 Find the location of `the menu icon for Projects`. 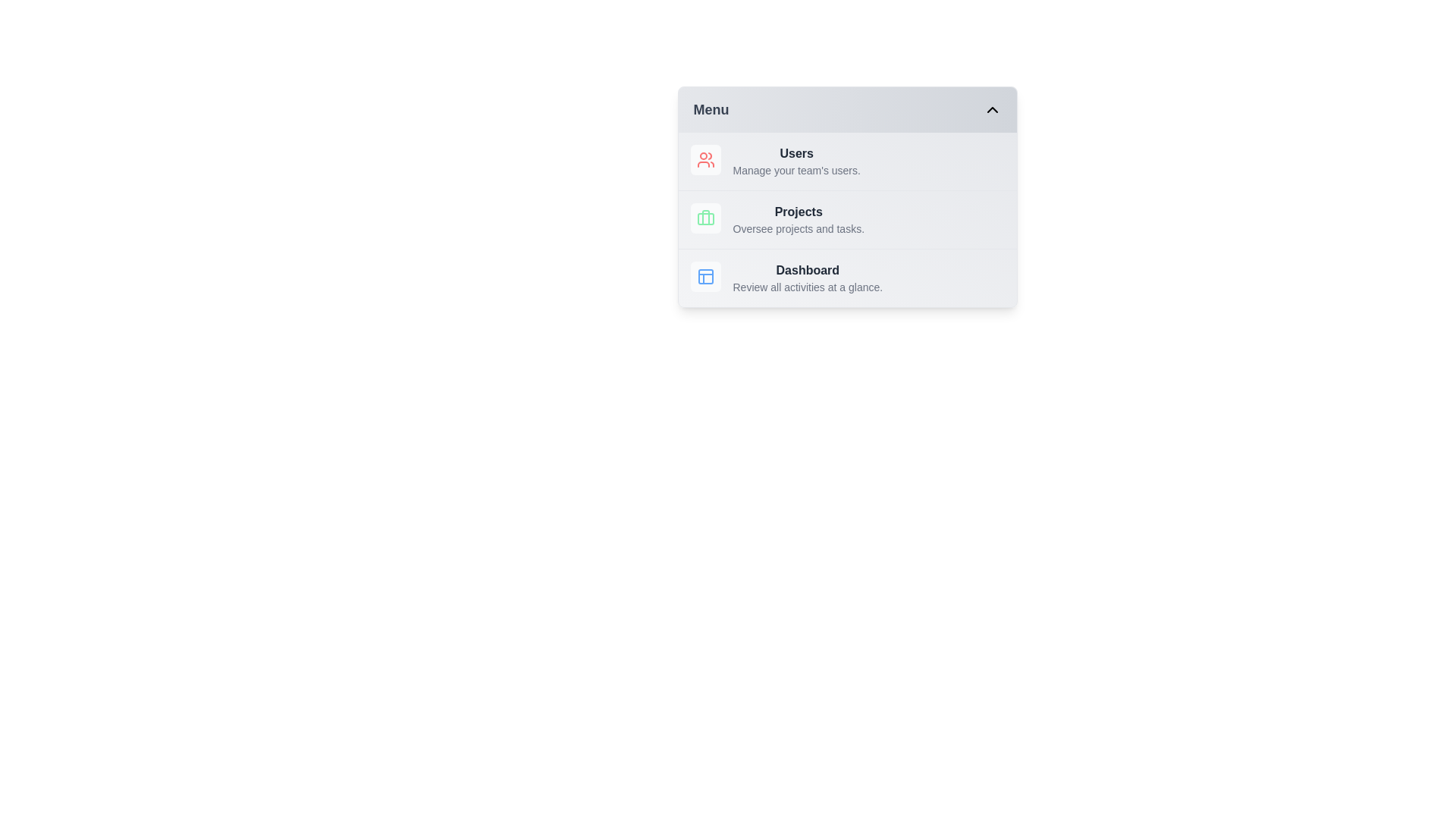

the menu icon for Projects is located at coordinates (704, 218).